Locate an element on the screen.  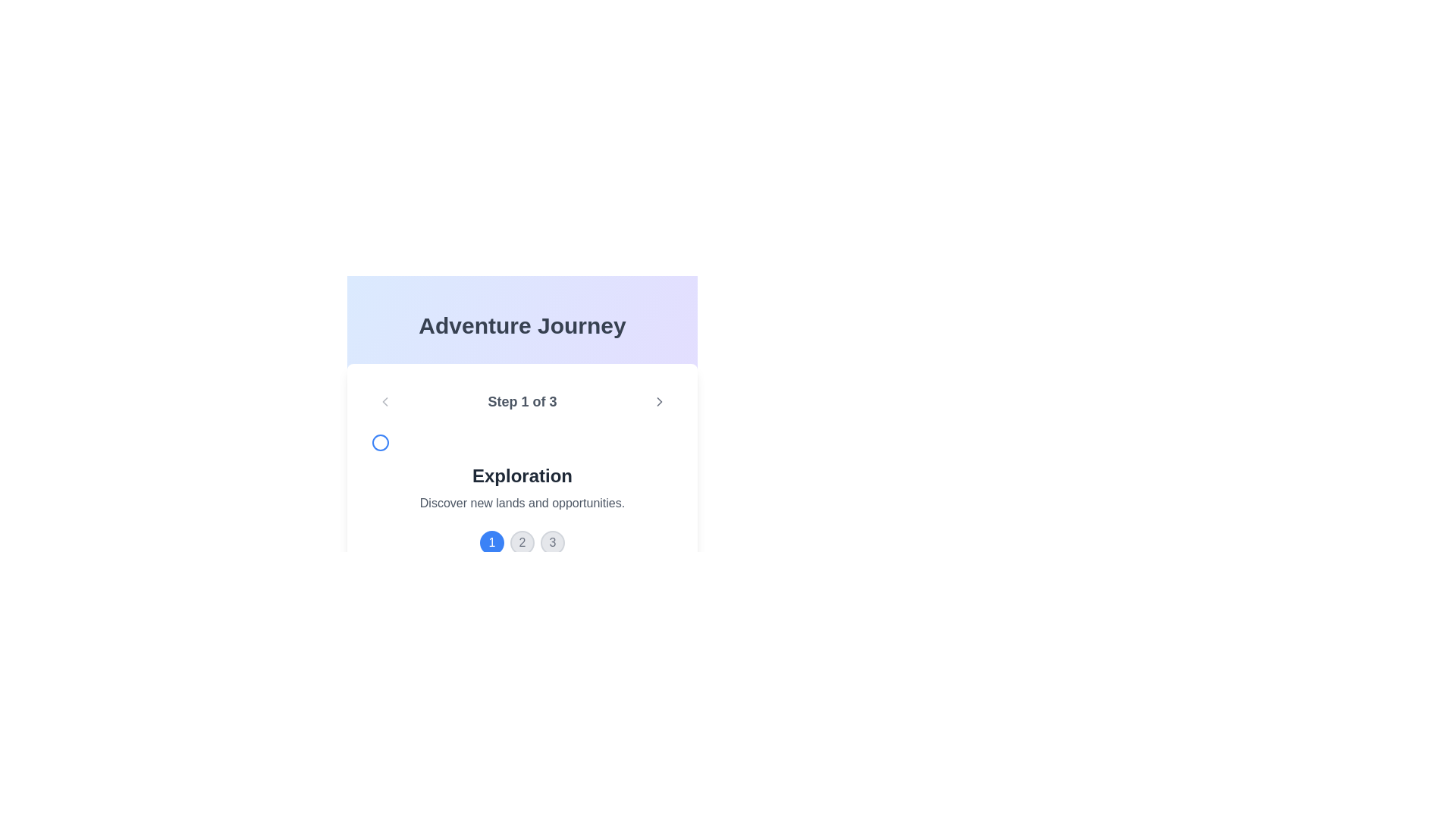
the circular visual icon with a thin blue outline is located at coordinates (381, 442).